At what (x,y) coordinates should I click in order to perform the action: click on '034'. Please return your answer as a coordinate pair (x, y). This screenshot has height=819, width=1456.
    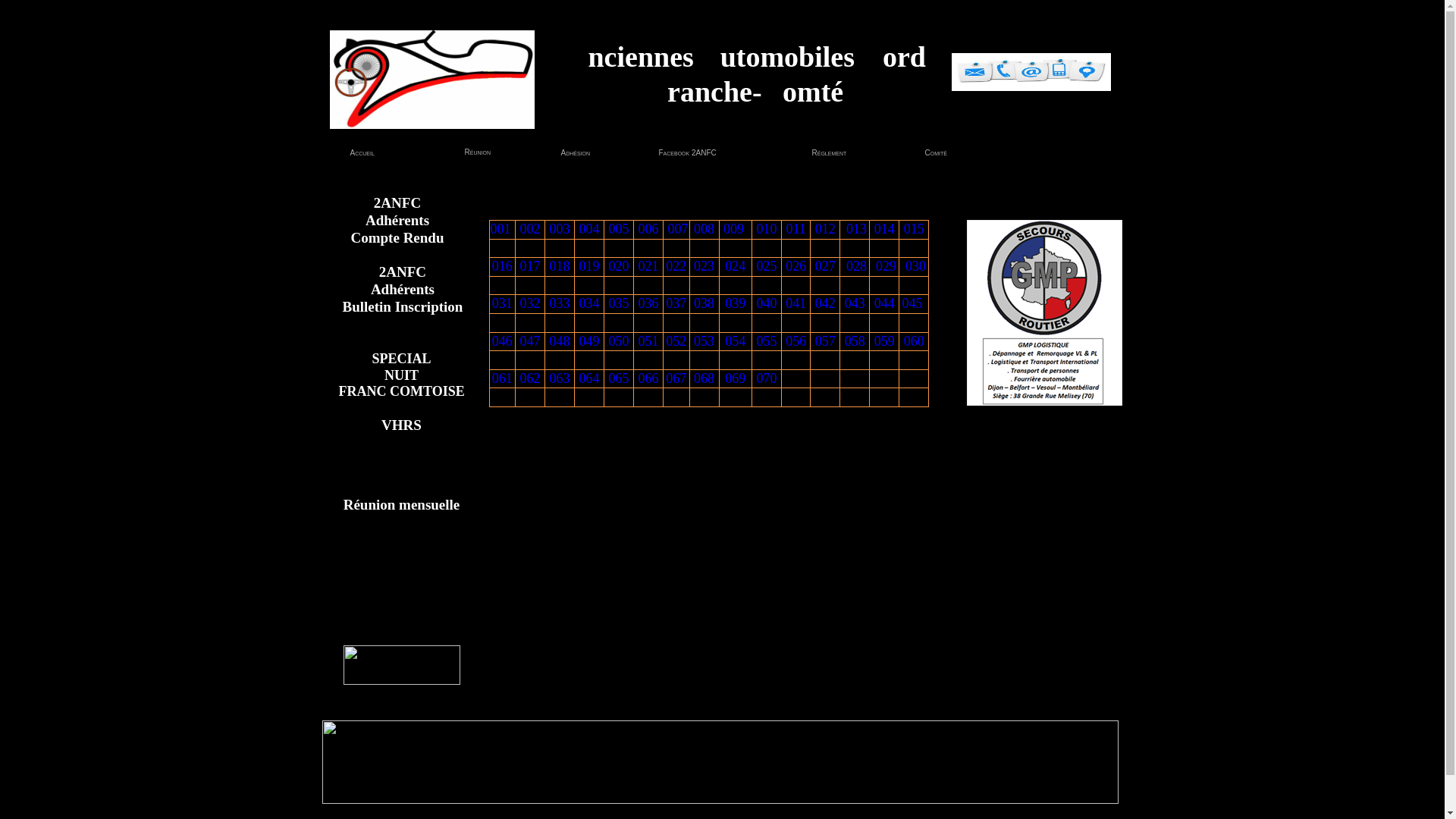
    Looking at the image, I should click on (588, 303).